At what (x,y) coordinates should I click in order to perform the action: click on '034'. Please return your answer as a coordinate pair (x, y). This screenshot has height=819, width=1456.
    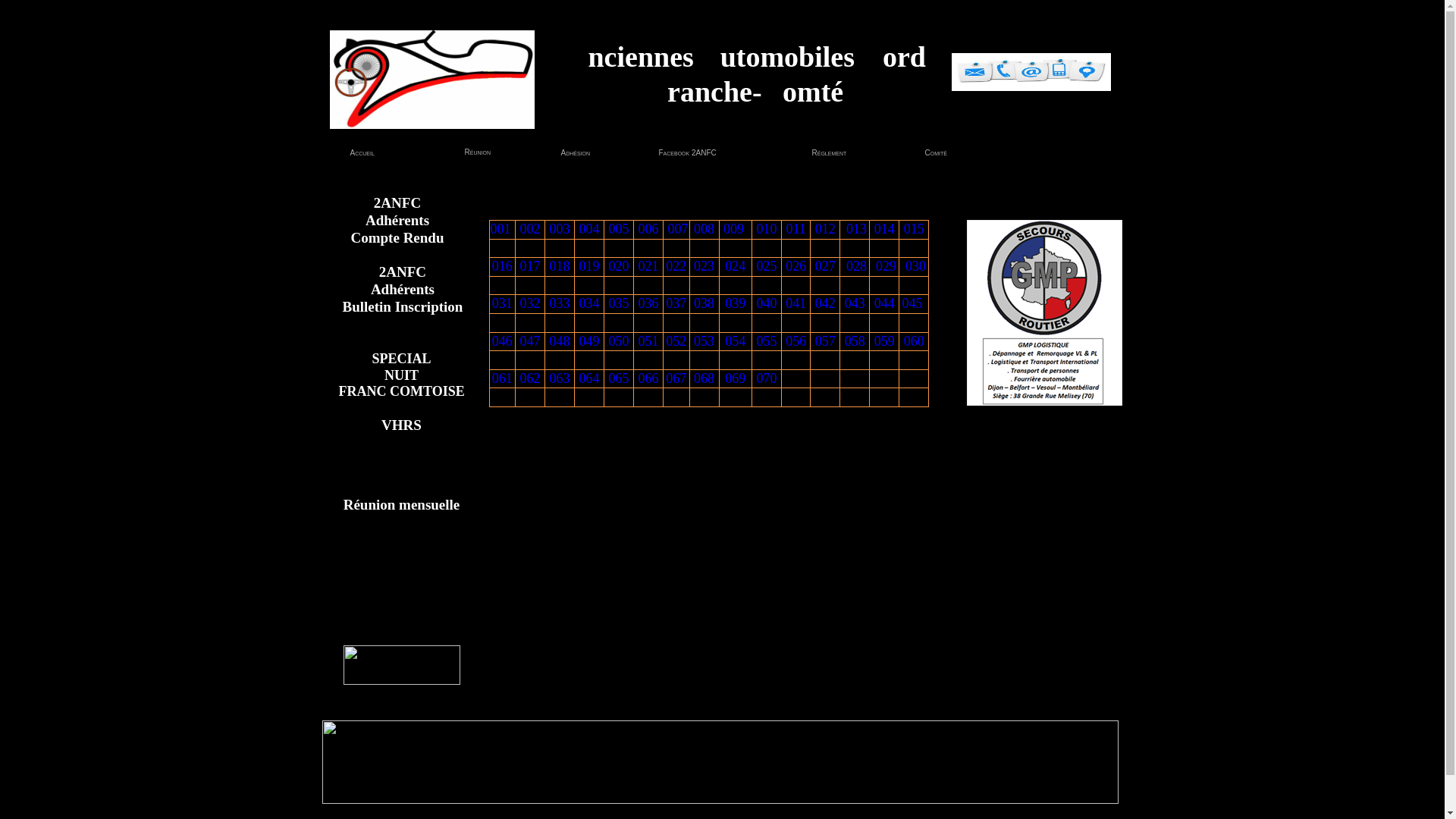
    Looking at the image, I should click on (588, 303).